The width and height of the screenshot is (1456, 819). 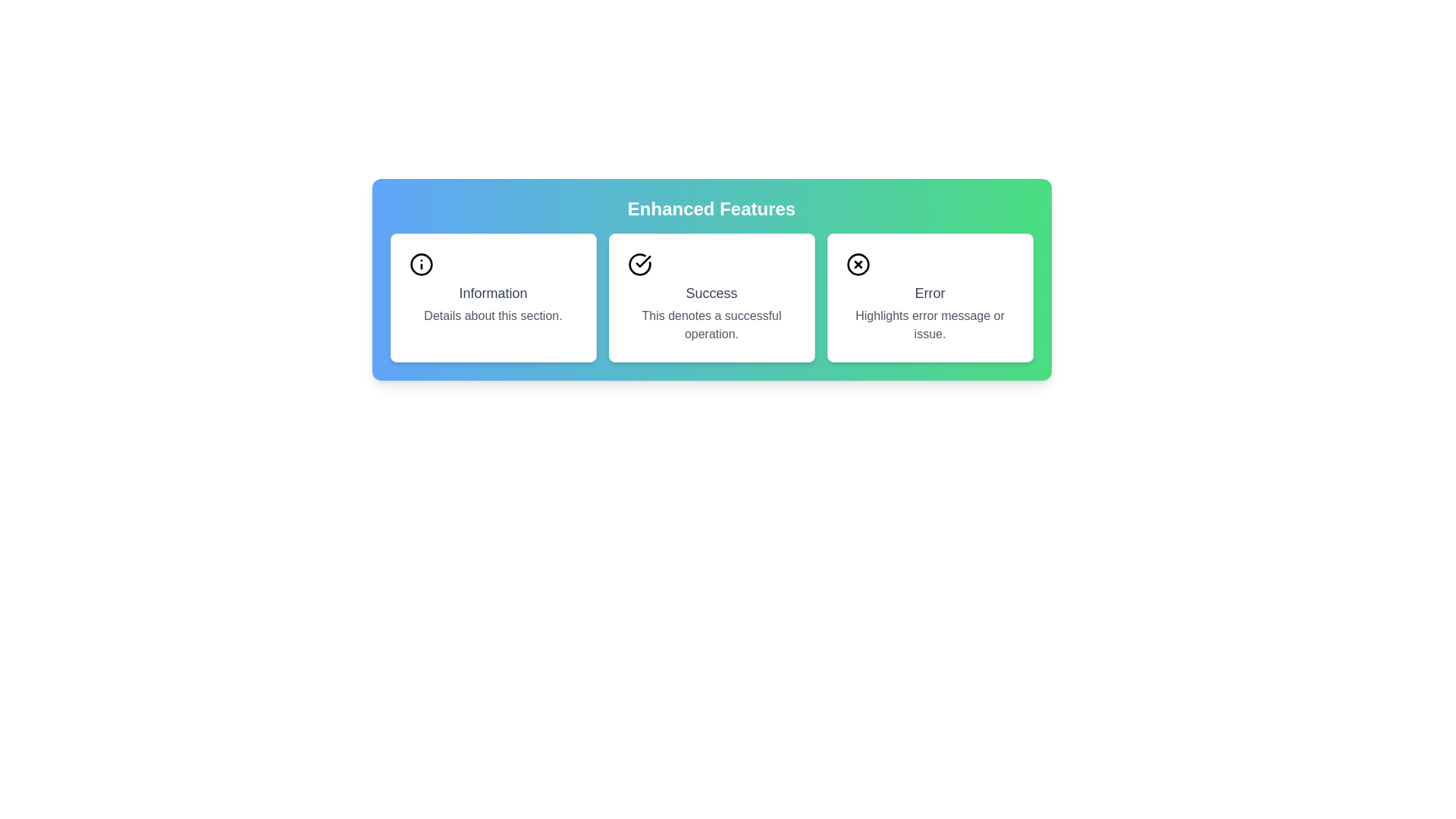 I want to click on the circular icon with a checkmark that signifies success, located in the 'Enhanced Features' section of the 'Success' card, so click(x=639, y=263).